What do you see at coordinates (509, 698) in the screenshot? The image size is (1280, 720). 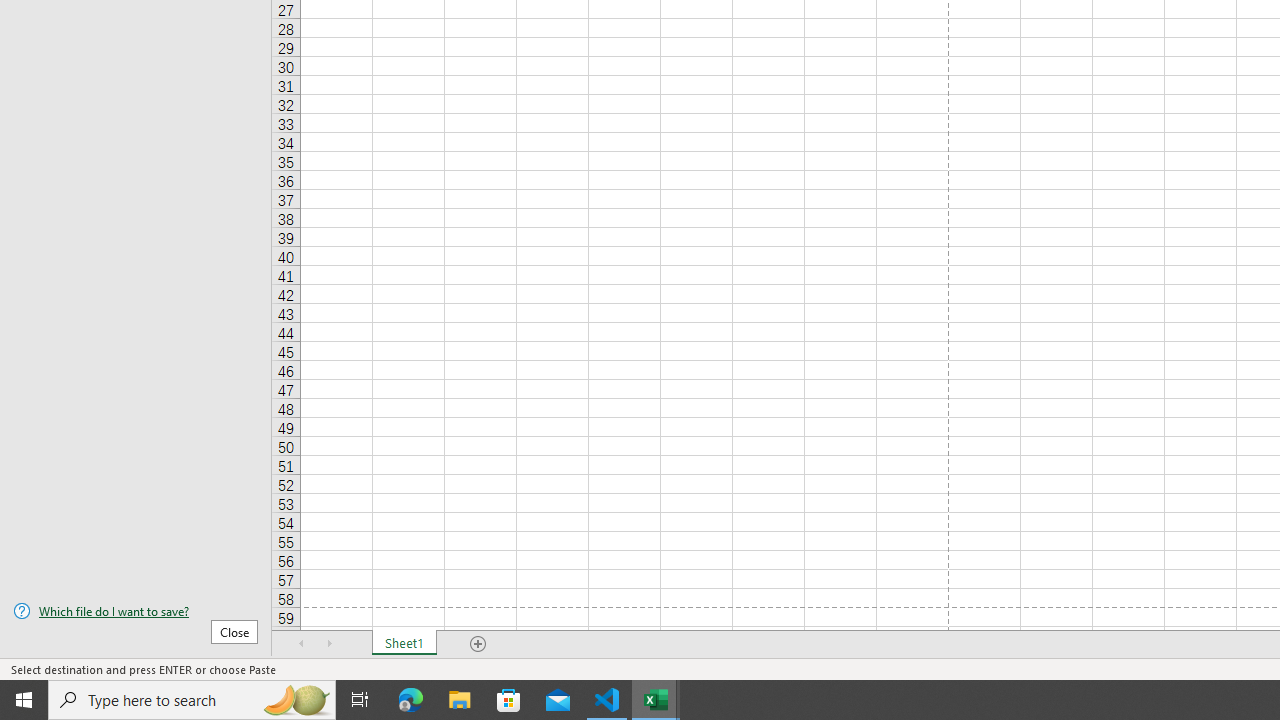 I see `'Microsoft Store'` at bounding box center [509, 698].